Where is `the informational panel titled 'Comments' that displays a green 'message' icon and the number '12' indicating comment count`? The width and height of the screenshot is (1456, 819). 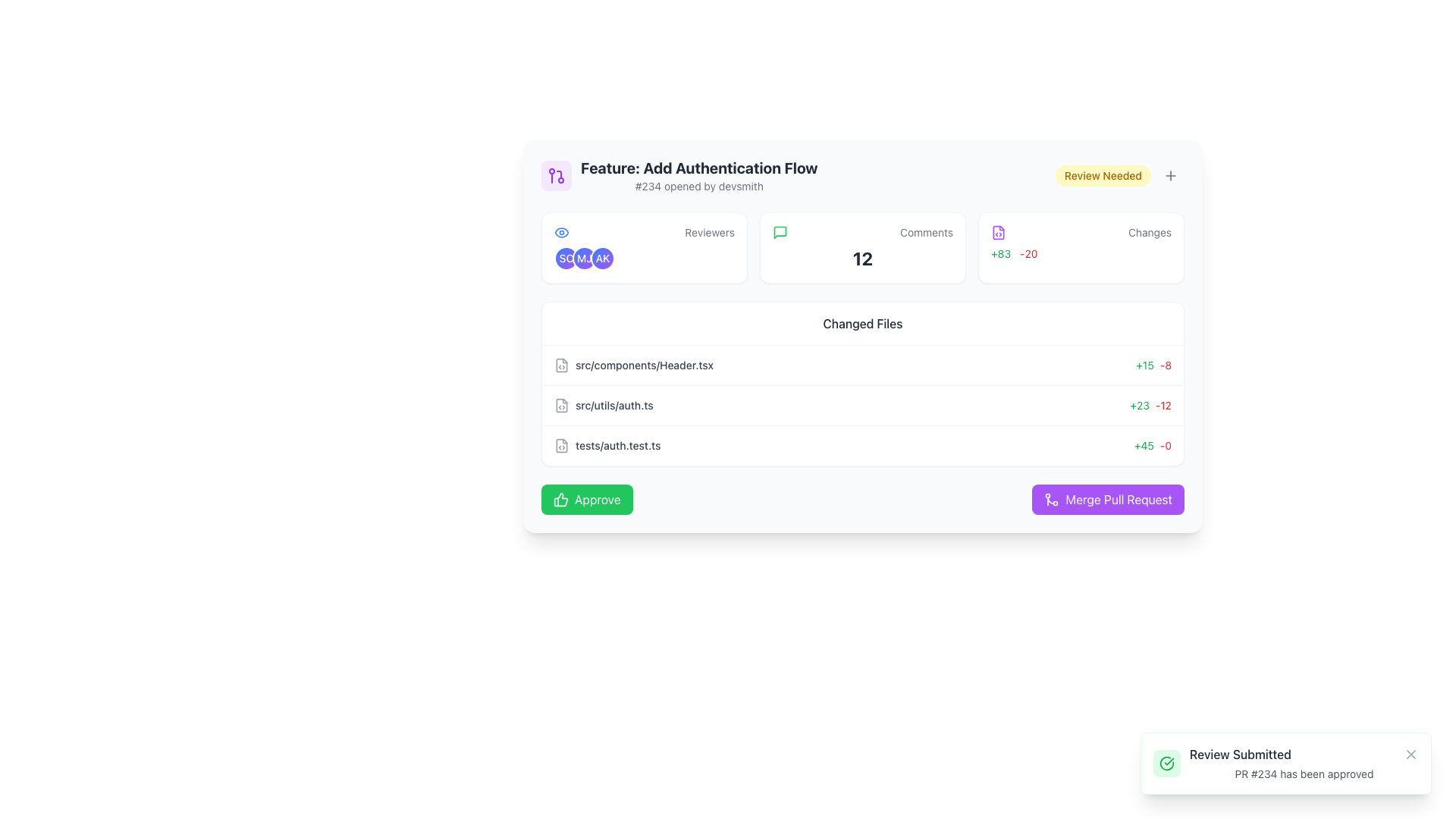
the informational panel titled 'Comments' that displays a green 'message' icon and the number '12' indicating comment count is located at coordinates (862, 247).